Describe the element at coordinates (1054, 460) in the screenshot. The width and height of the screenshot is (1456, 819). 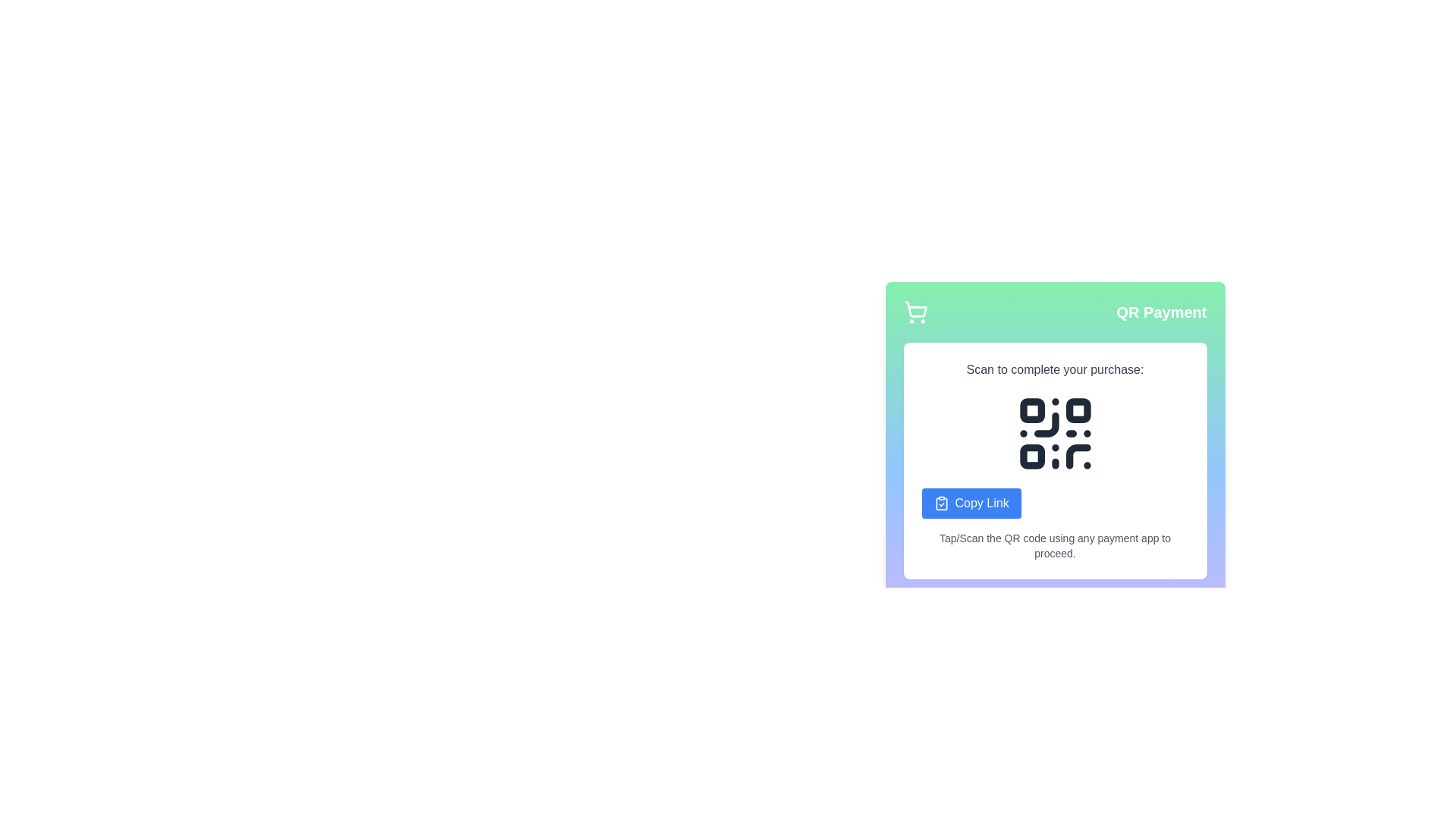
I see `the QR code in the Information and interaction panel, which is located centrally below the title 'QR Payment'` at that location.